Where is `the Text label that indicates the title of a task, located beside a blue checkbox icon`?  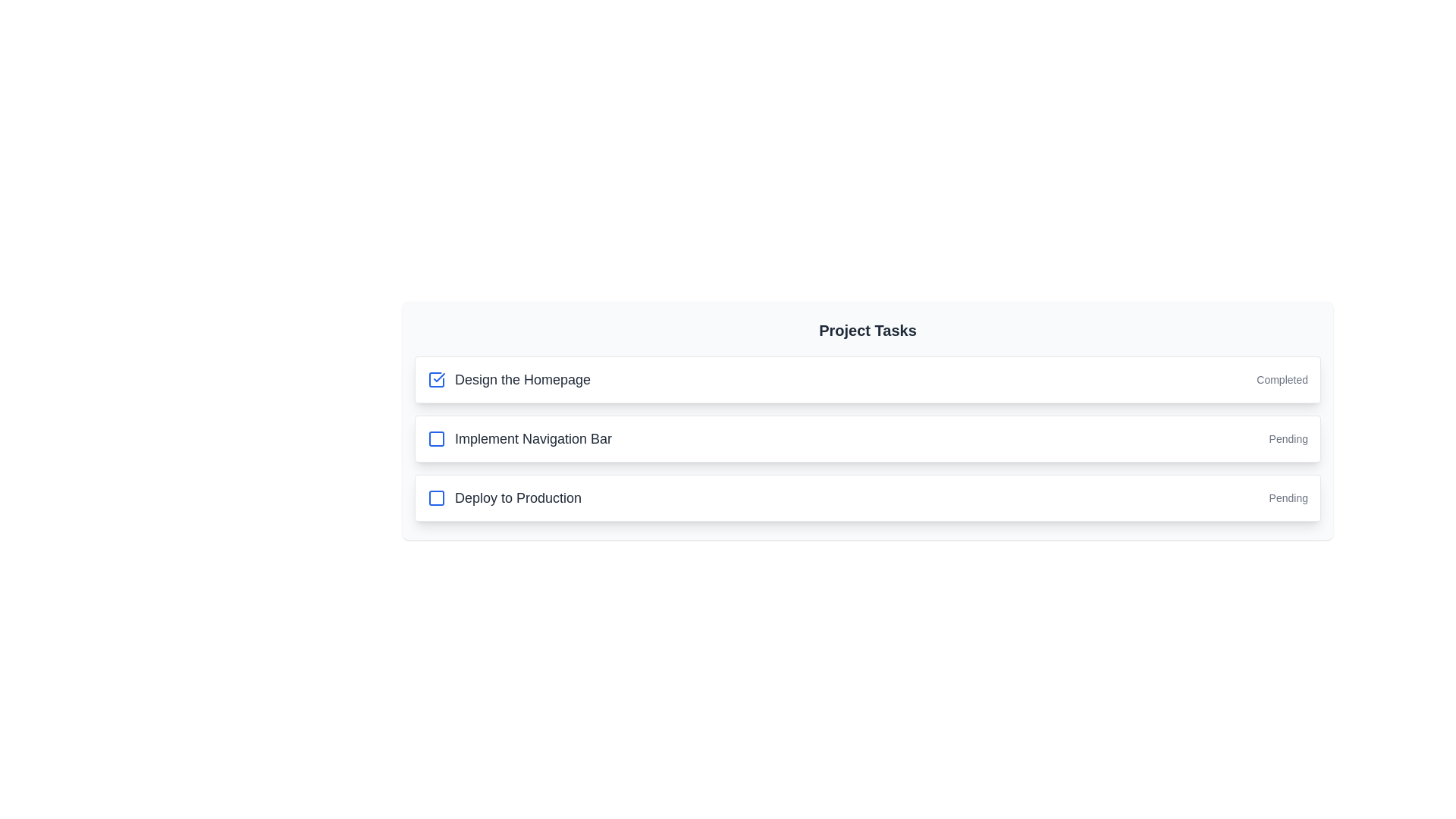 the Text label that indicates the title of a task, located beside a blue checkbox icon is located at coordinates (509, 379).